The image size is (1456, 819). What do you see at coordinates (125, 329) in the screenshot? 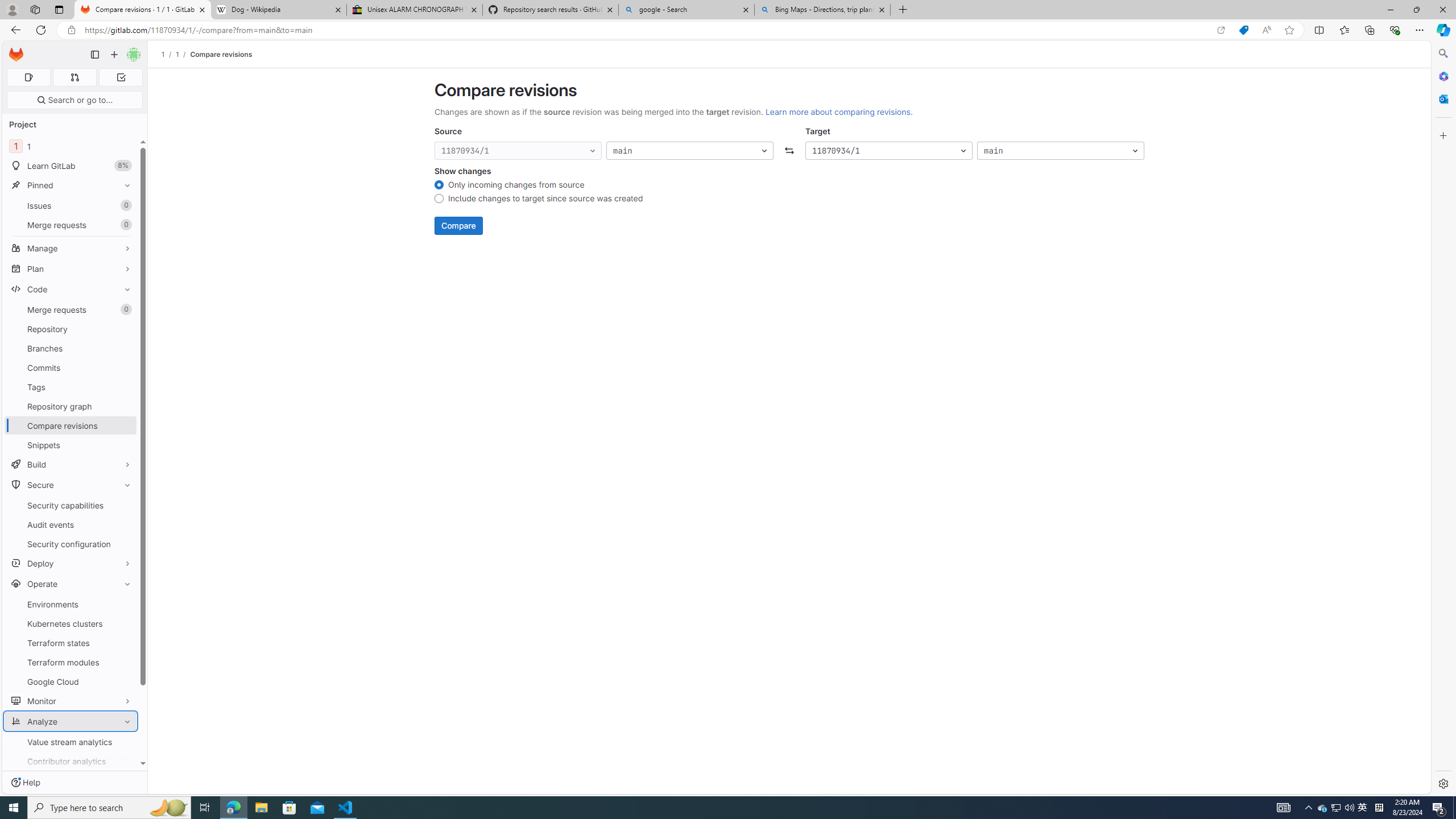
I see `'Pin Repository'` at bounding box center [125, 329].